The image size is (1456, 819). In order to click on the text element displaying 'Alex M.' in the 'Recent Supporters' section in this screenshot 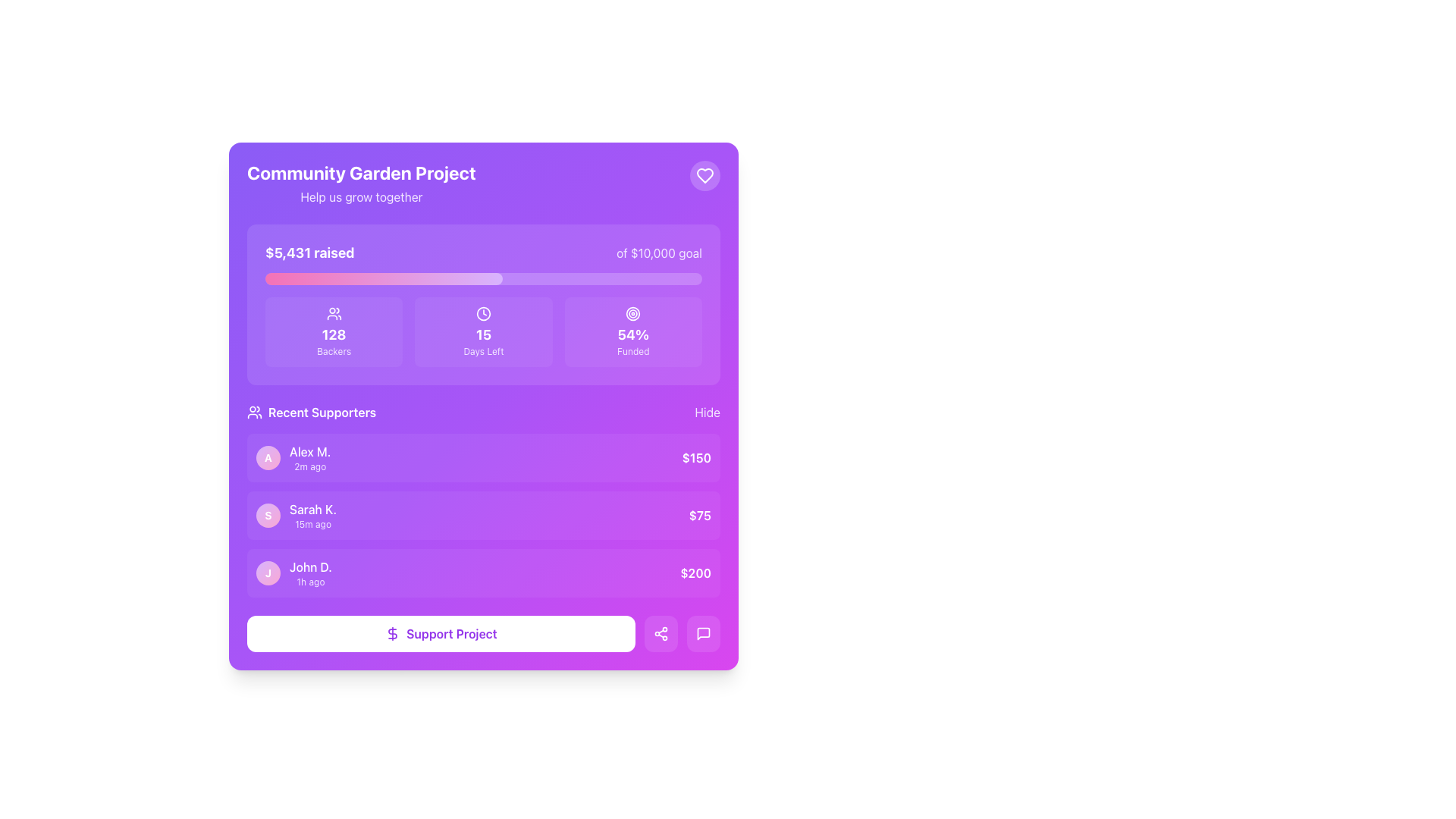, I will do `click(309, 457)`.